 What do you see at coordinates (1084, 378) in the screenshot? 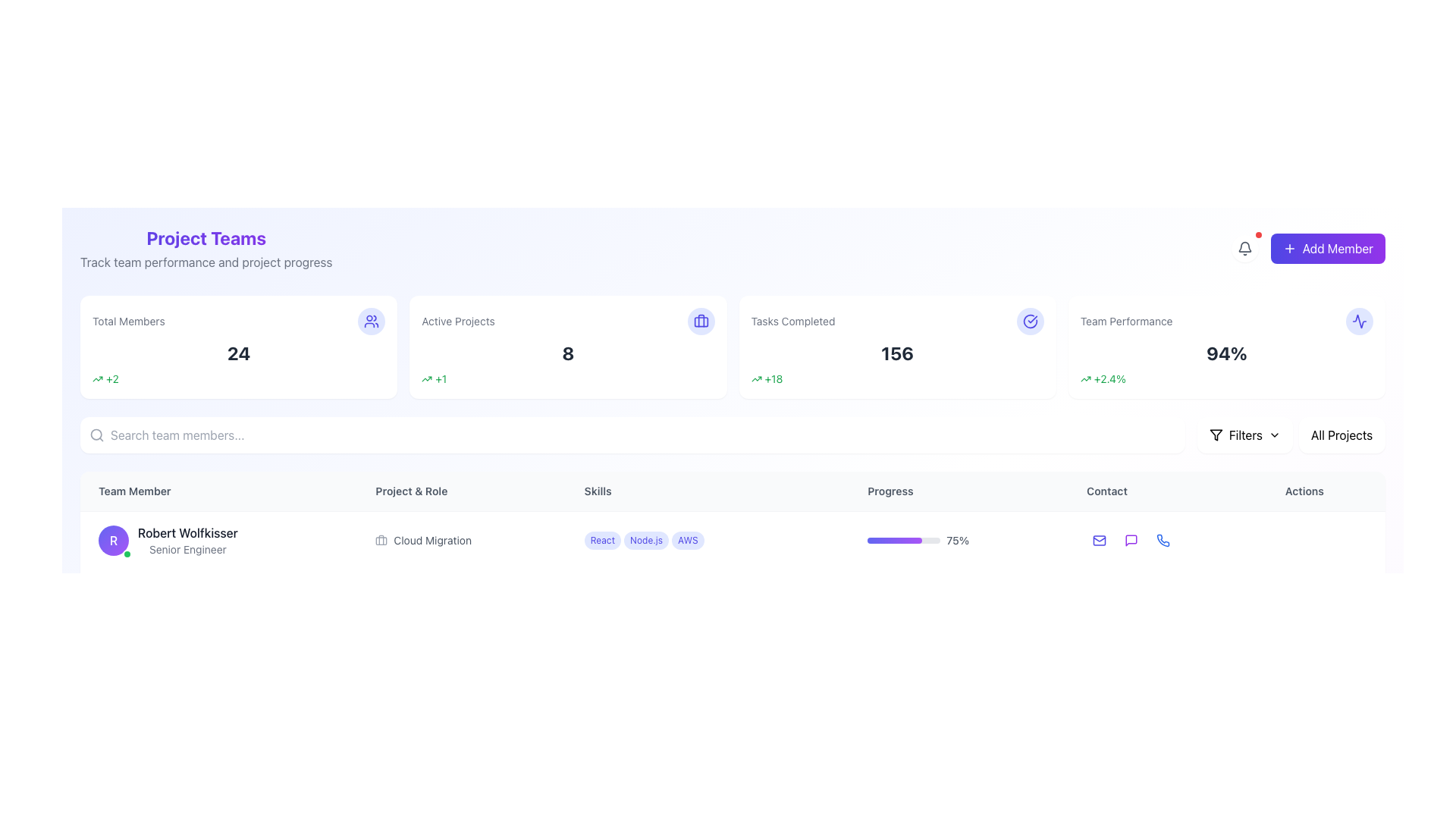
I see `the upward-trending line icon located in the 'Team Performance' card on the dashboard, positioned to the left of the '+2.4%' text` at bounding box center [1084, 378].